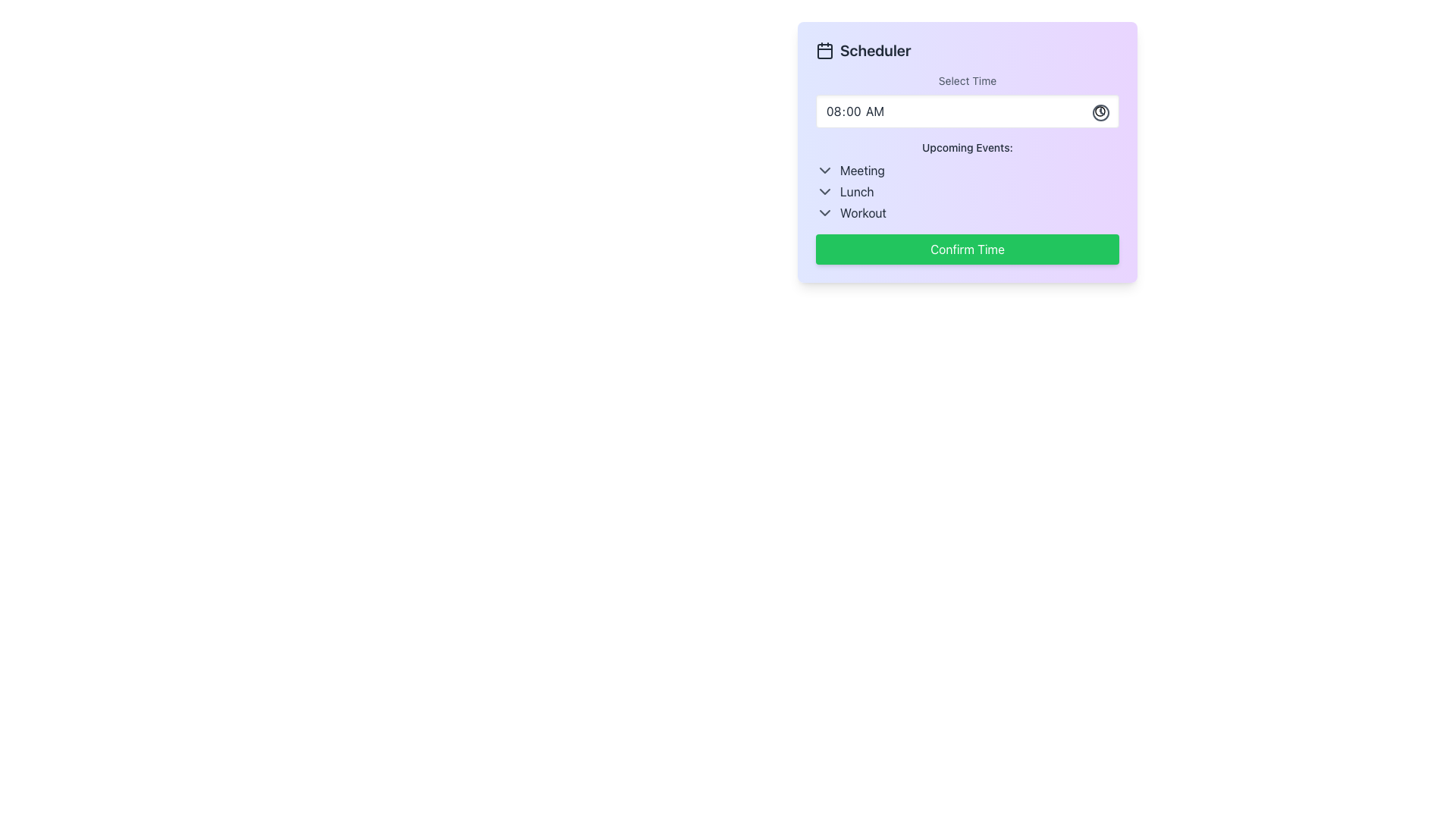  What do you see at coordinates (967, 248) in the screenshot?
I see `the 'Confirm Time' button located at the bottom of the scheduling interface to finalize the selected time option` at bounding box center [967, 248].